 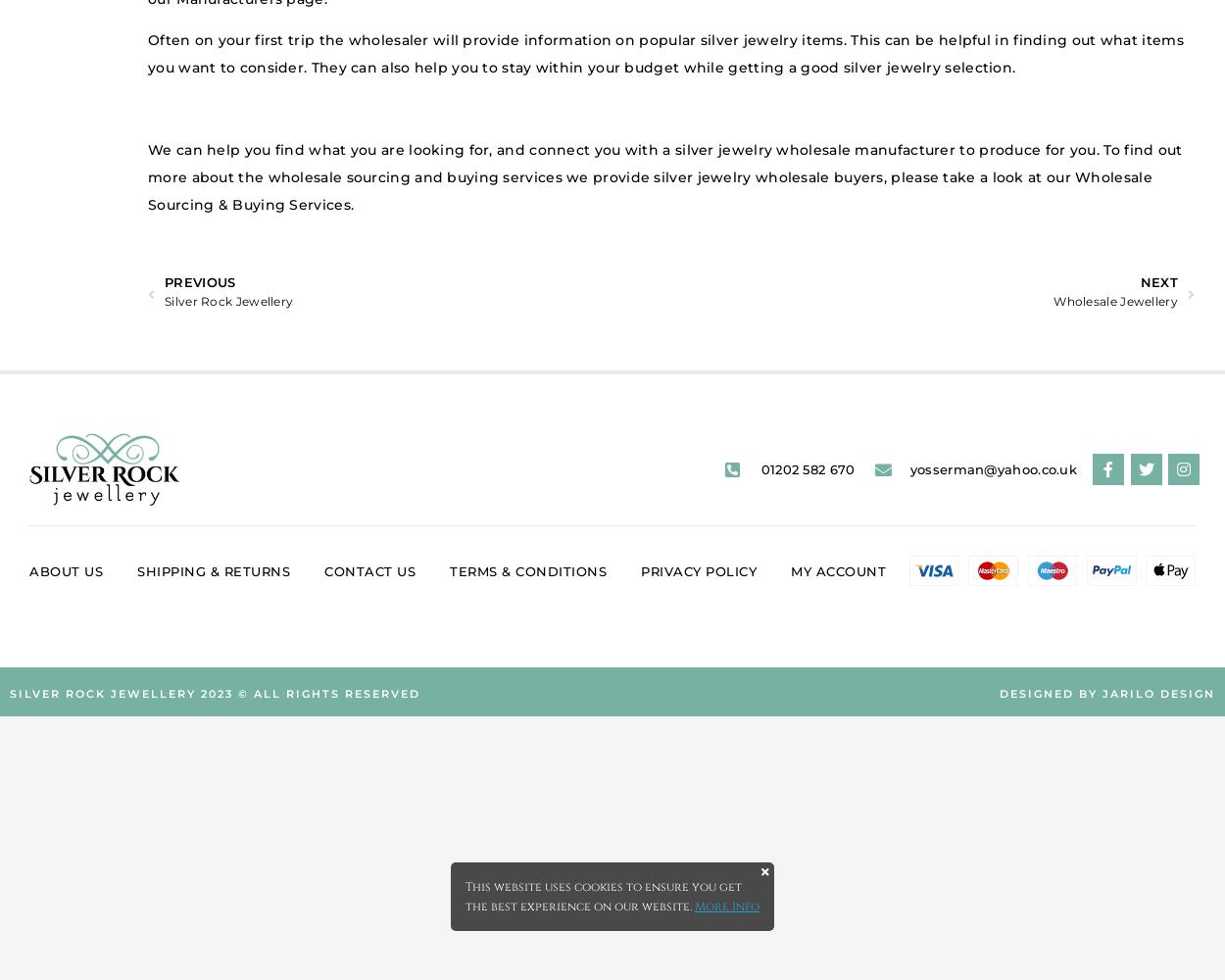 I want to click on 'Terms & Conditions', so click(x=528, y=570).